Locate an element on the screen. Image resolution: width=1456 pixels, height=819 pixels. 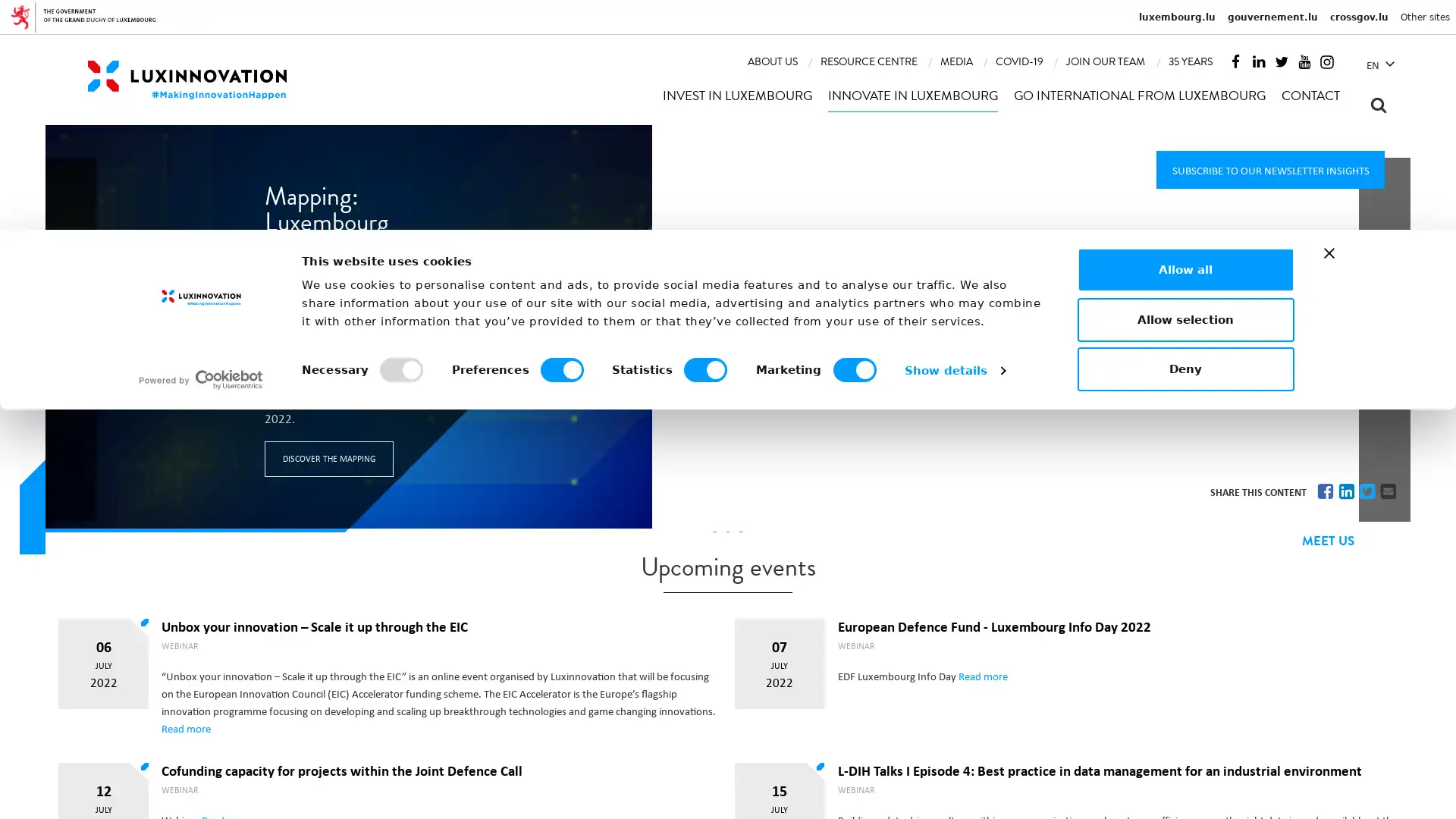
Close banner is located at coordinates (1328, 662).